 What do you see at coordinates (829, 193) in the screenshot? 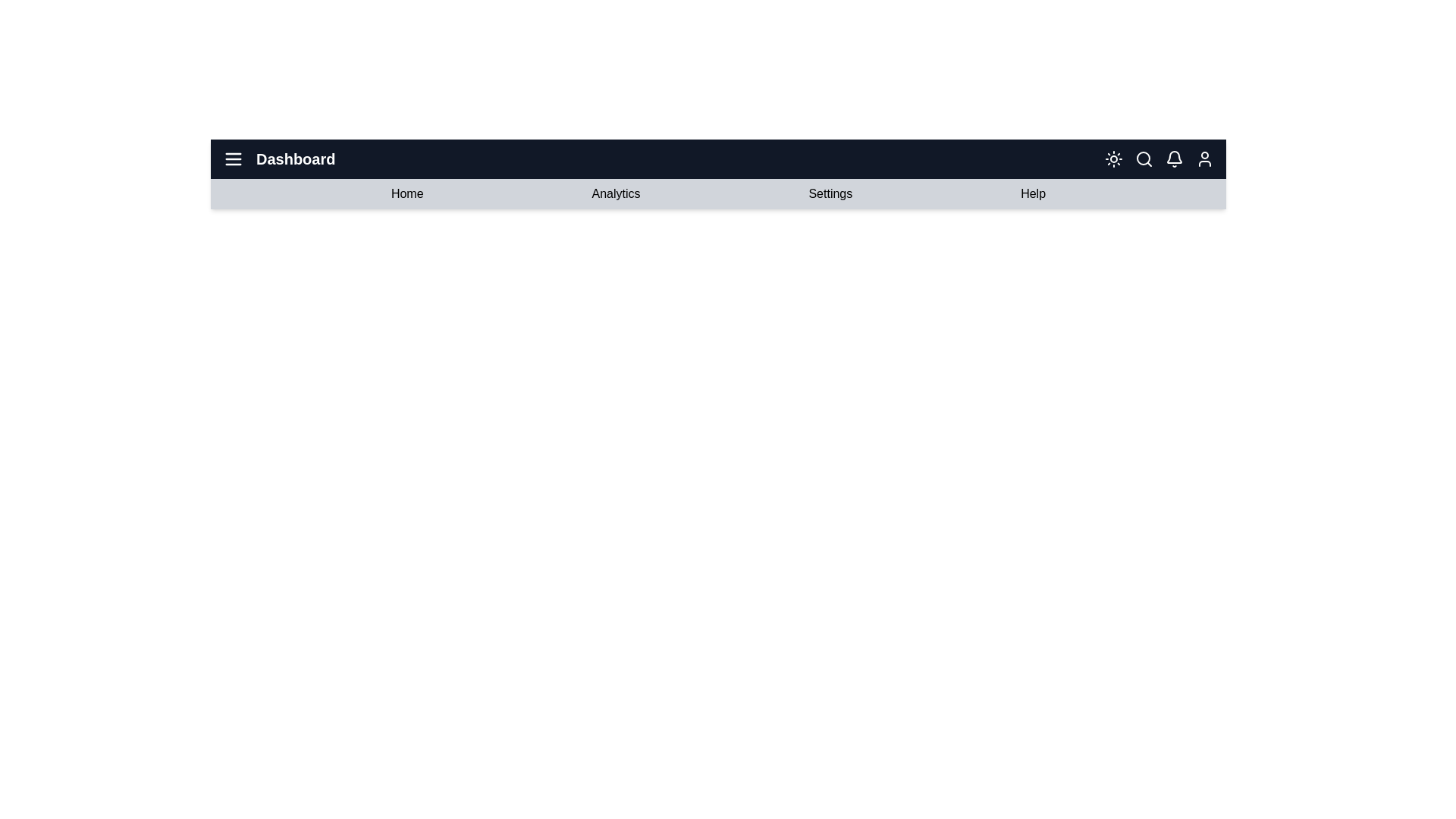
I see `the 'Settings' button in the navigation bar` at bounding box center [829, 193].